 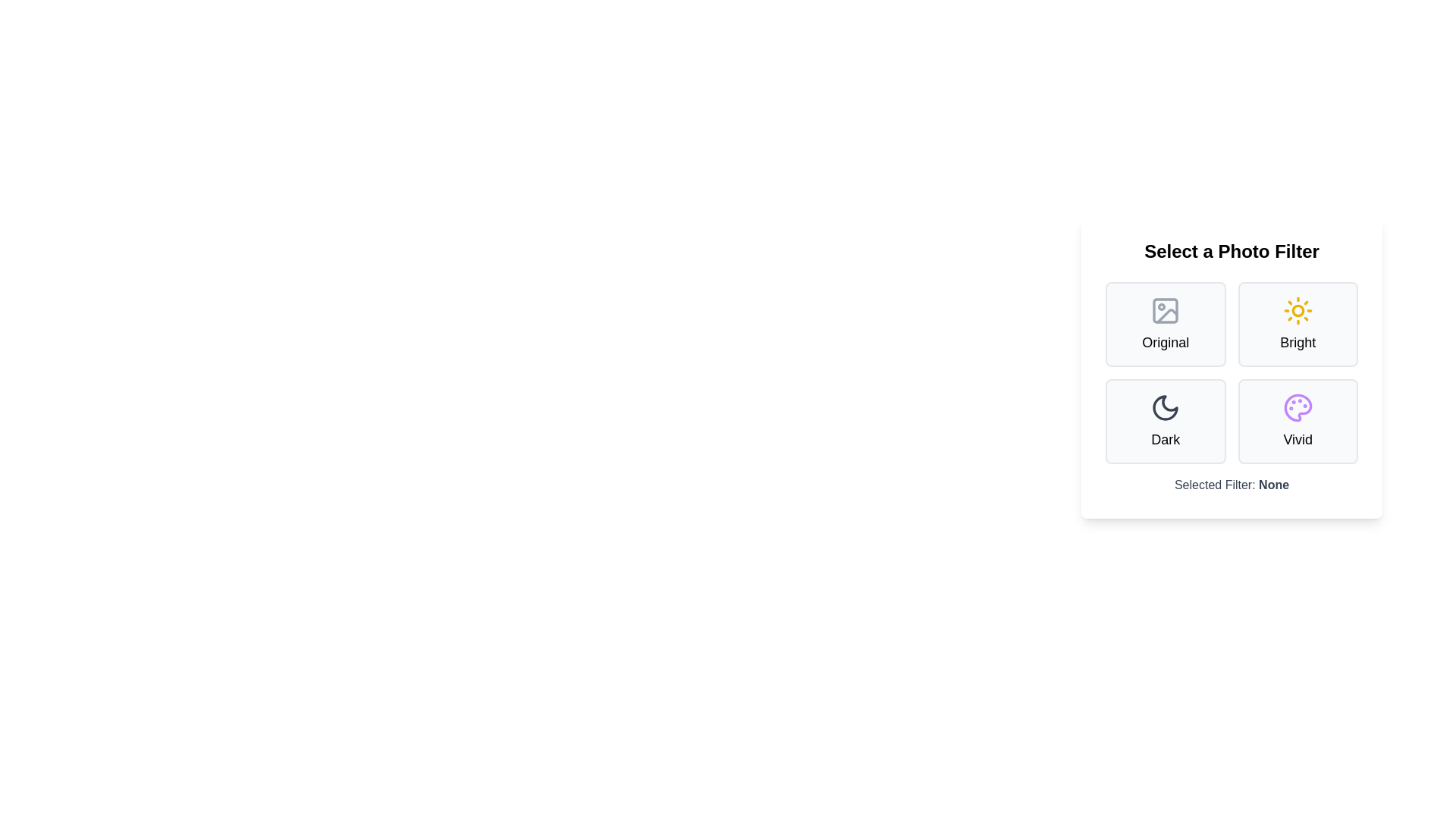 What do you see at coordinates (1232, 485) in the screenshot?
I see `the 'Selected Filter' text displayed below the filter options` at bounding box center [1232, 485].